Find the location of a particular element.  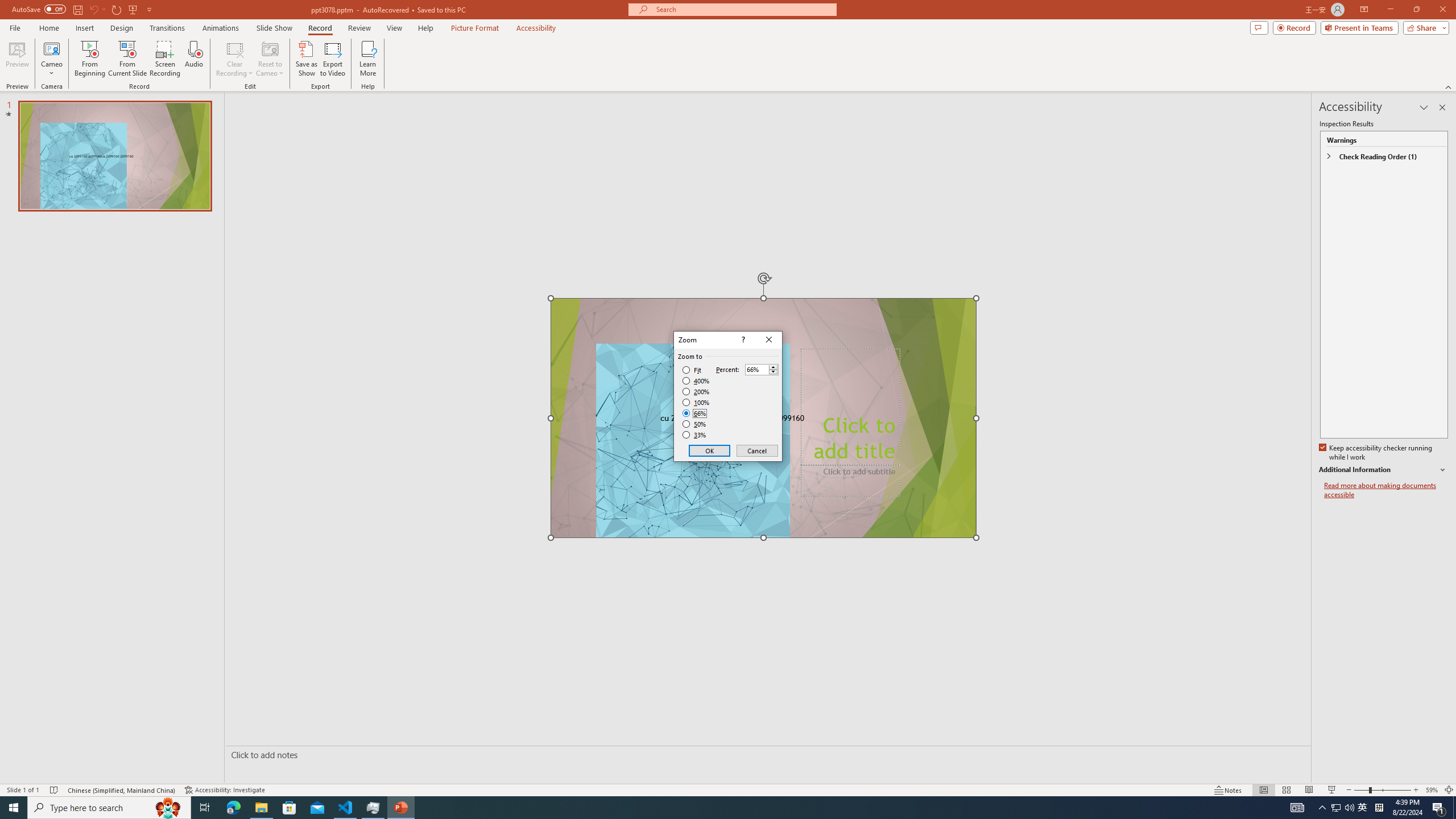

'Audio' is located at coordinates (193, 59).